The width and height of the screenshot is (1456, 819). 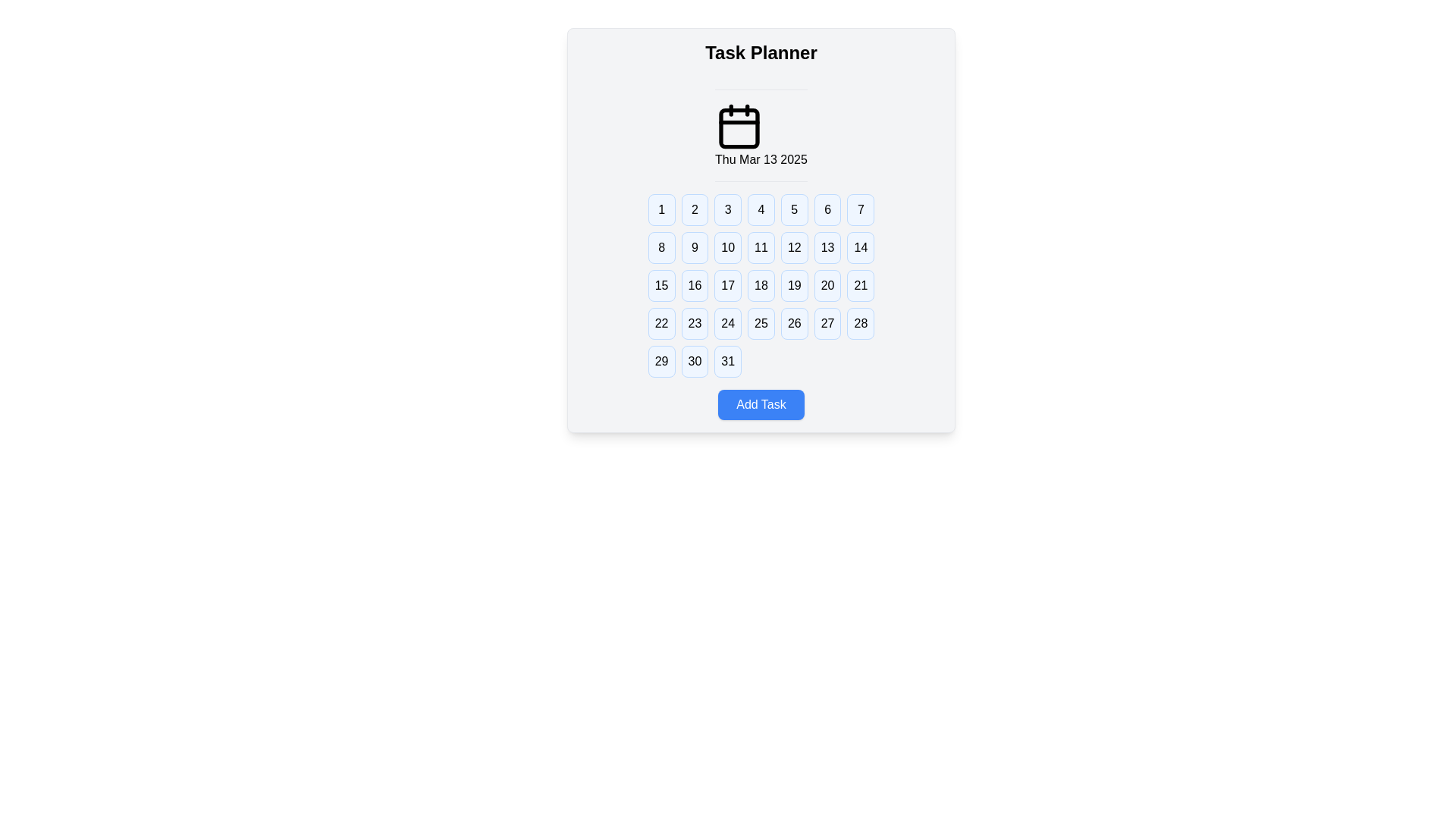 What do you see at coordinates (694, 247) in the screenshot?
I see `the square button with rounded corners that has a light blue background, a blue border, and displays the numeral '9' in bold, located in the second row and second column of the calendar month grid` at bounding box center [694, 247].